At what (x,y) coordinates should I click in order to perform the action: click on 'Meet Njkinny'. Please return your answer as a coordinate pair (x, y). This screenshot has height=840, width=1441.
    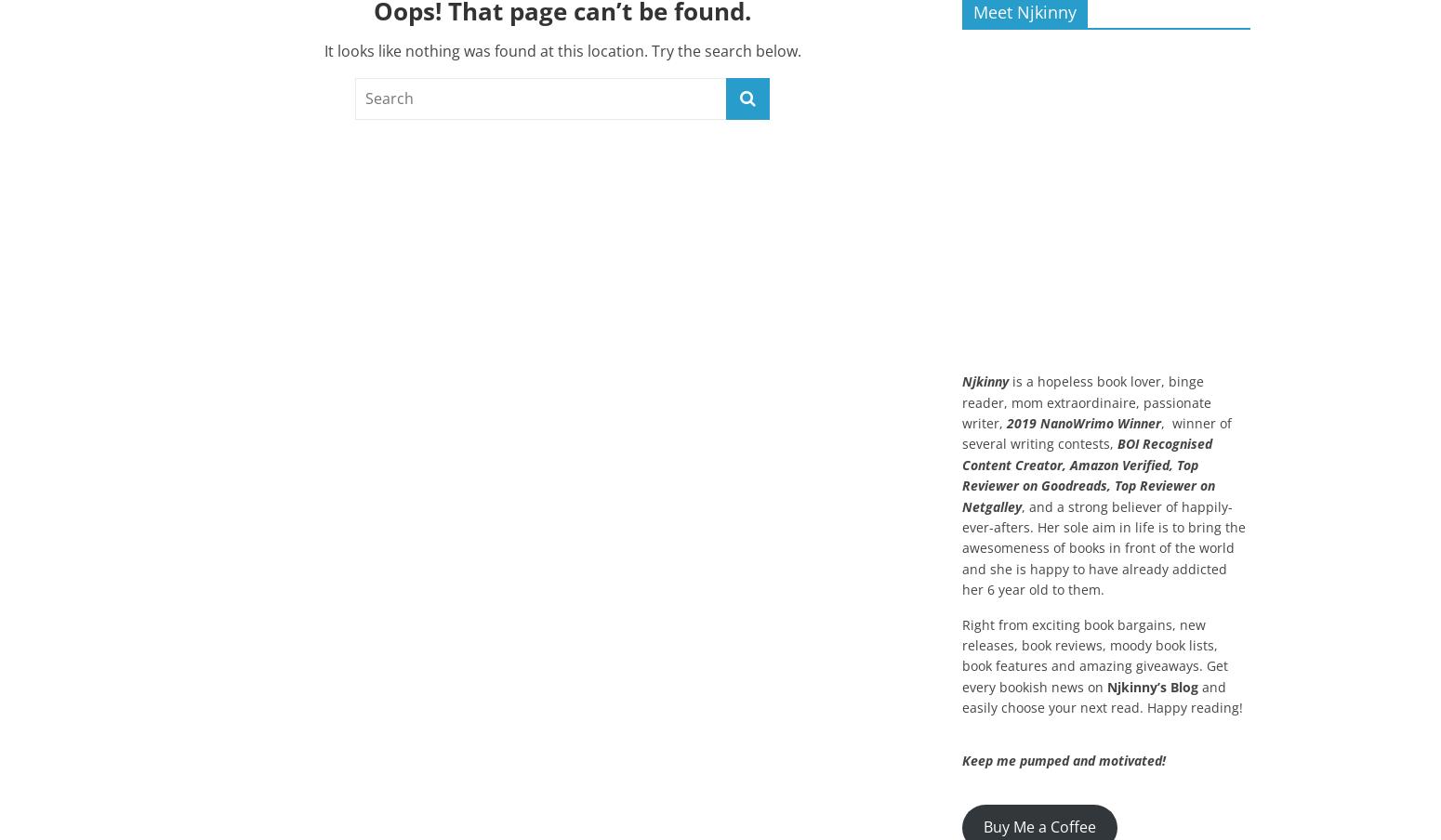
    Looking at the image, I should click on (1024, 10).